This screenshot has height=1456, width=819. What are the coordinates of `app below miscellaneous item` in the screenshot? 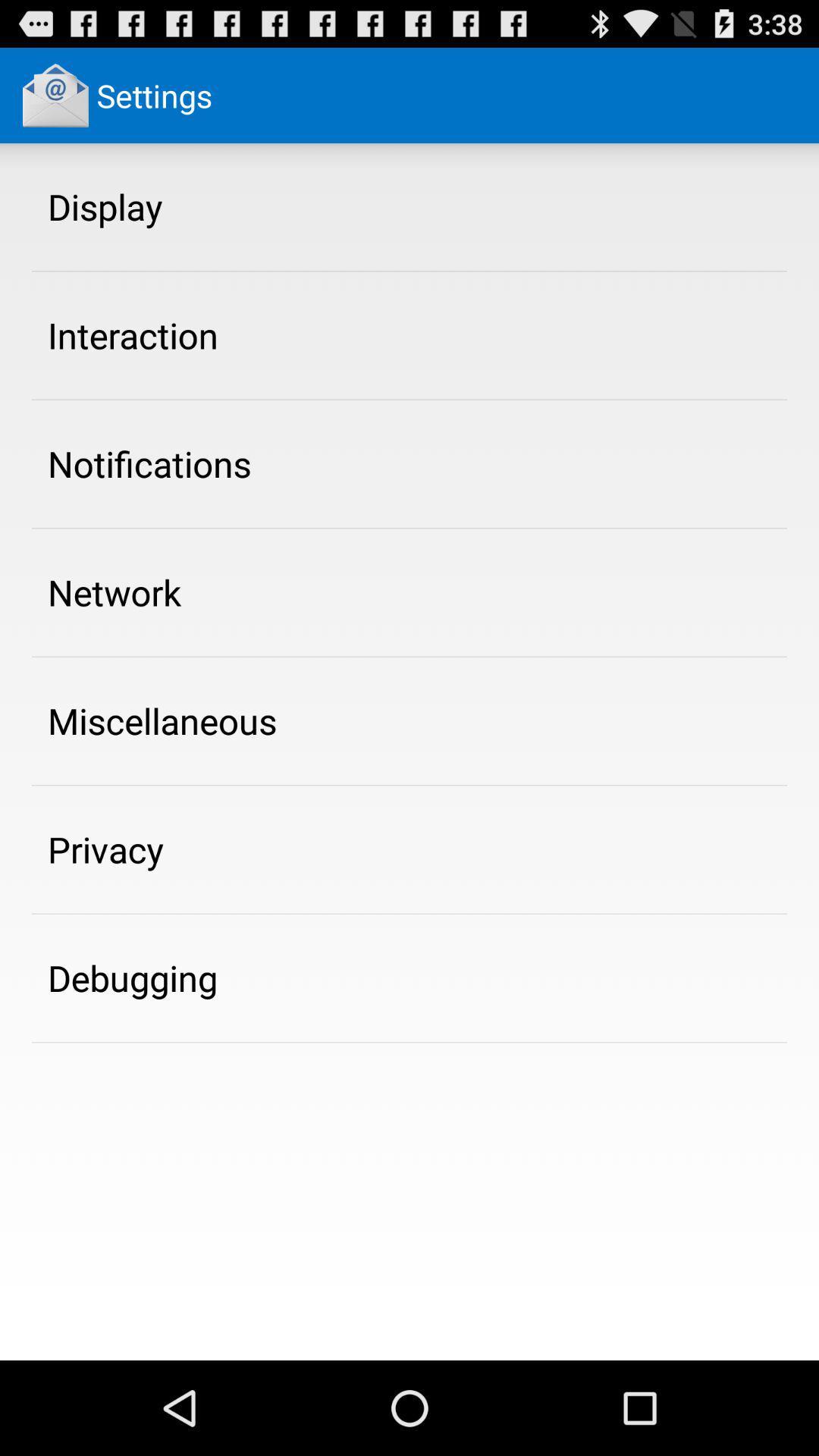 It's located at (105, 849).